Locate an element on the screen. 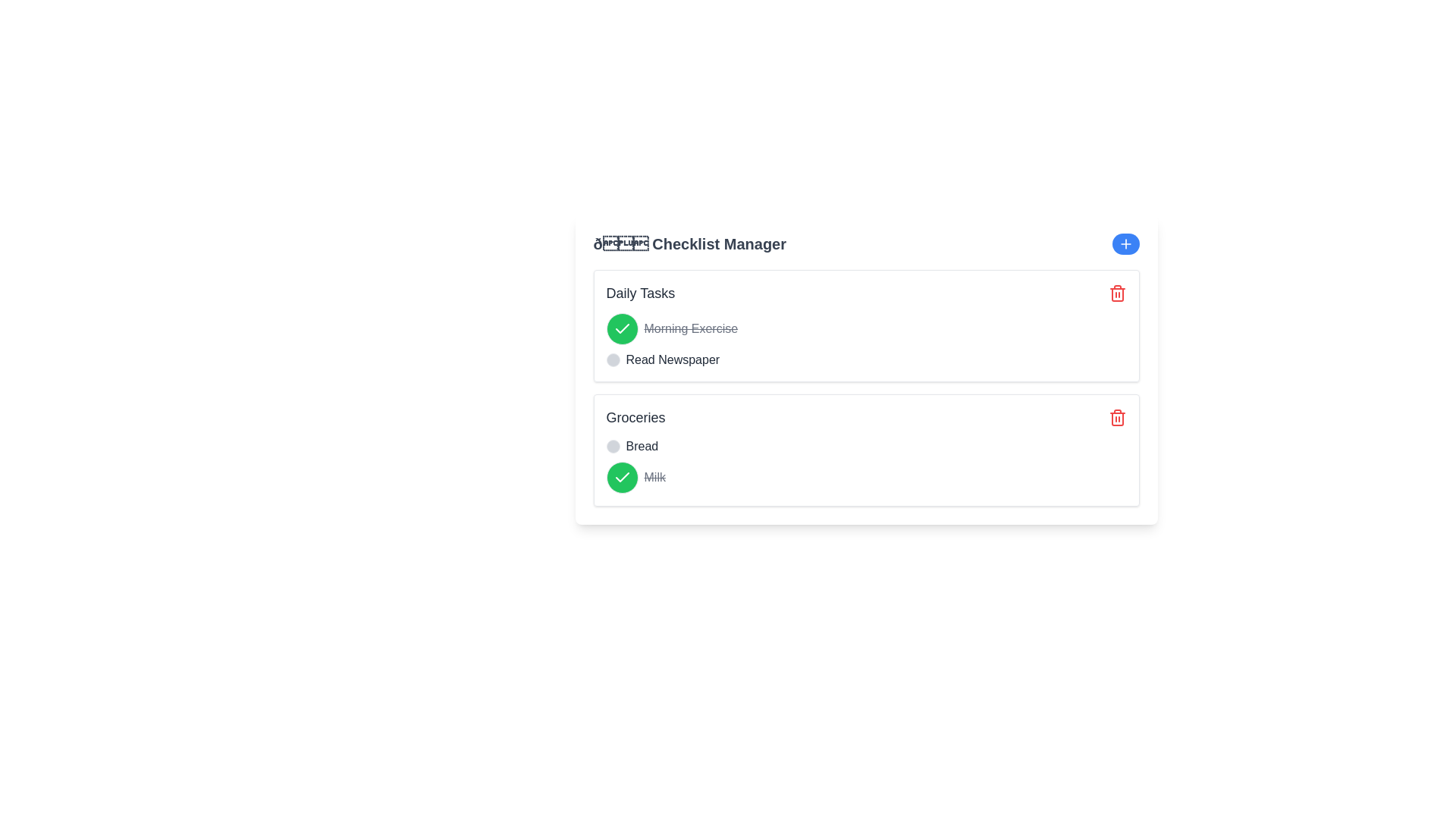  the text label displaying 'Read Newspaper' in dark gray, located underneath the 'Daily Tasks' title and adjacent to a circular icon is located at coordinates (672, 359).